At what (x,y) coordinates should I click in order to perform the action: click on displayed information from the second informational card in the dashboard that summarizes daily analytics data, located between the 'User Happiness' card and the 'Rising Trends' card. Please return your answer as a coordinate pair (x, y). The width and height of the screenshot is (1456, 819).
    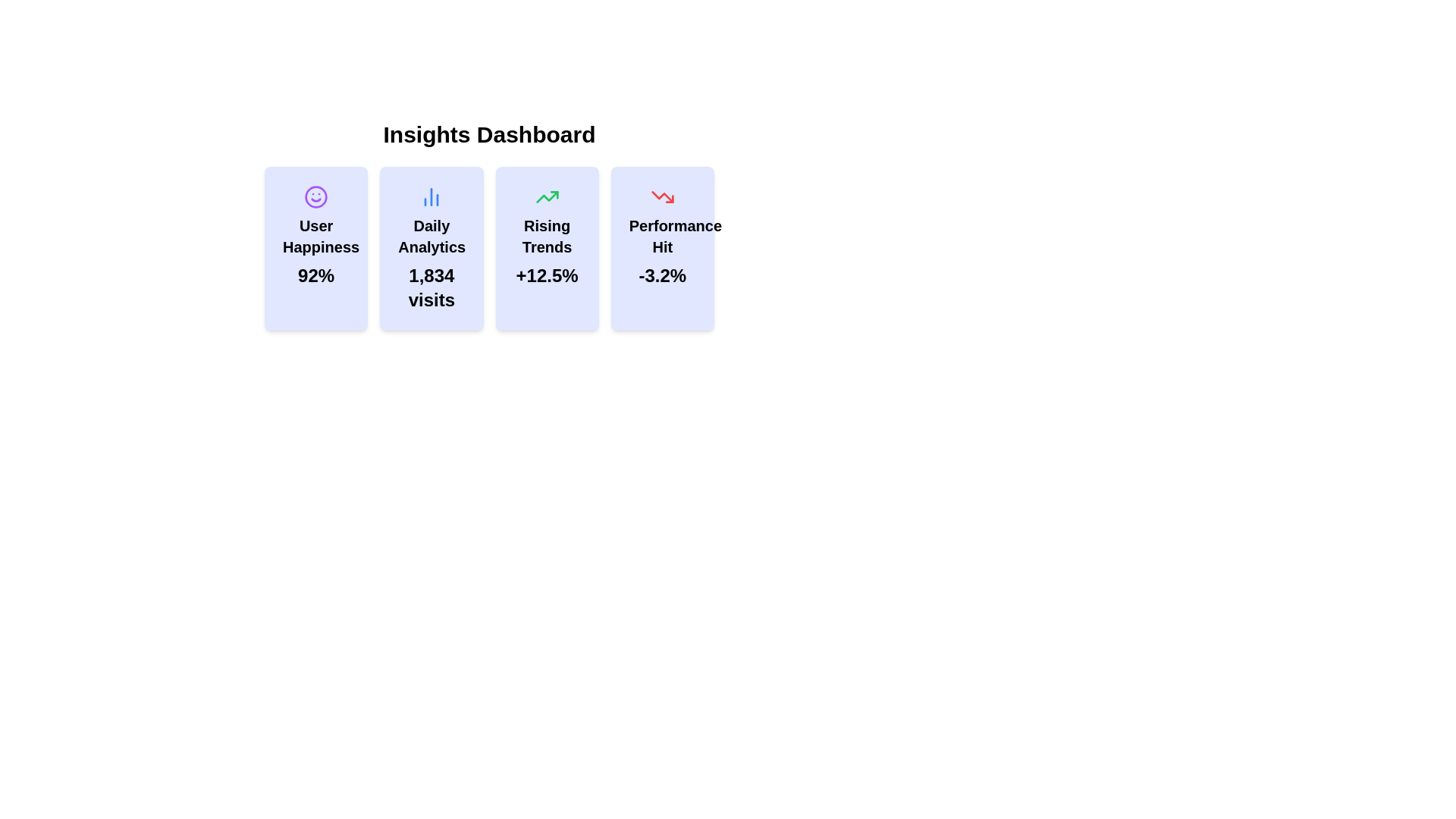
    Looking at the image, I should click on (431, 247).